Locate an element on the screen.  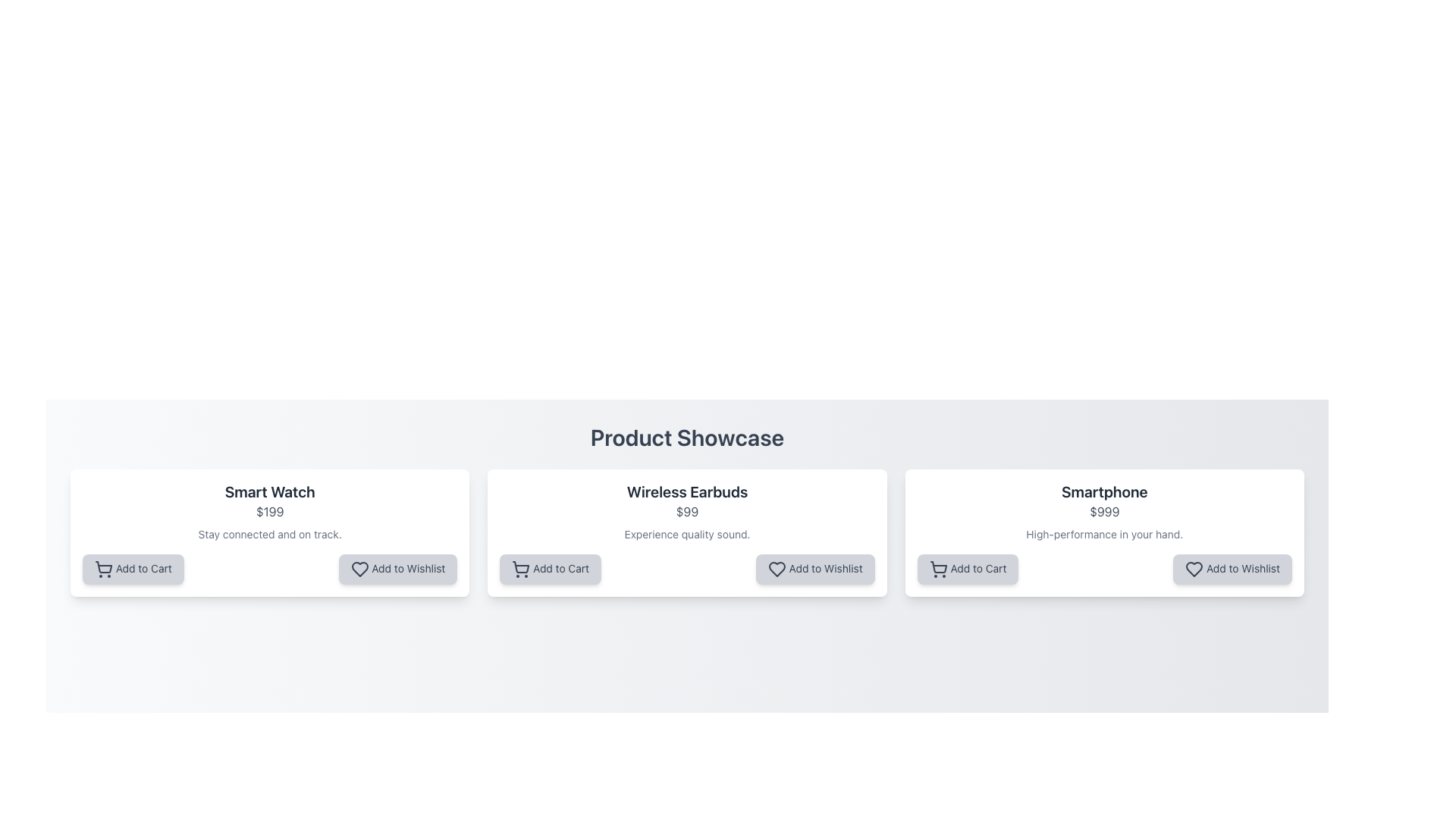
the 'Add to Cart' button, which is styled with a rounded rectangle shape, light-gray background, darker gray text color, and includes a shopping cart icon, located in the middle column under the 'Wireless Earbuds' product card is located at coordinates (550, 570).